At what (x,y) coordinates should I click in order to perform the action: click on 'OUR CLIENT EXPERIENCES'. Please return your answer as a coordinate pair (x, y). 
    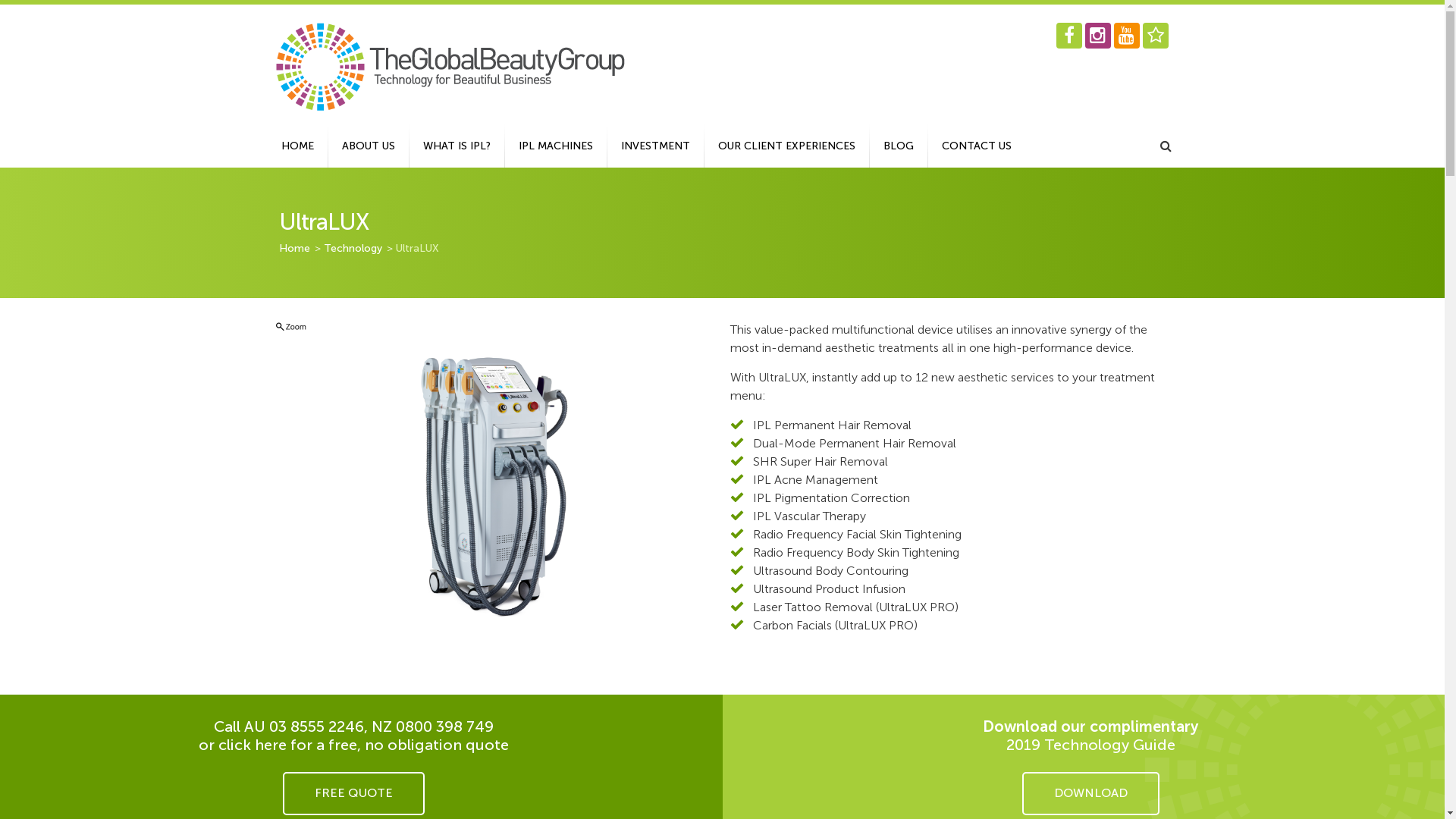
    Looking at the image, I should click on (786, 146).